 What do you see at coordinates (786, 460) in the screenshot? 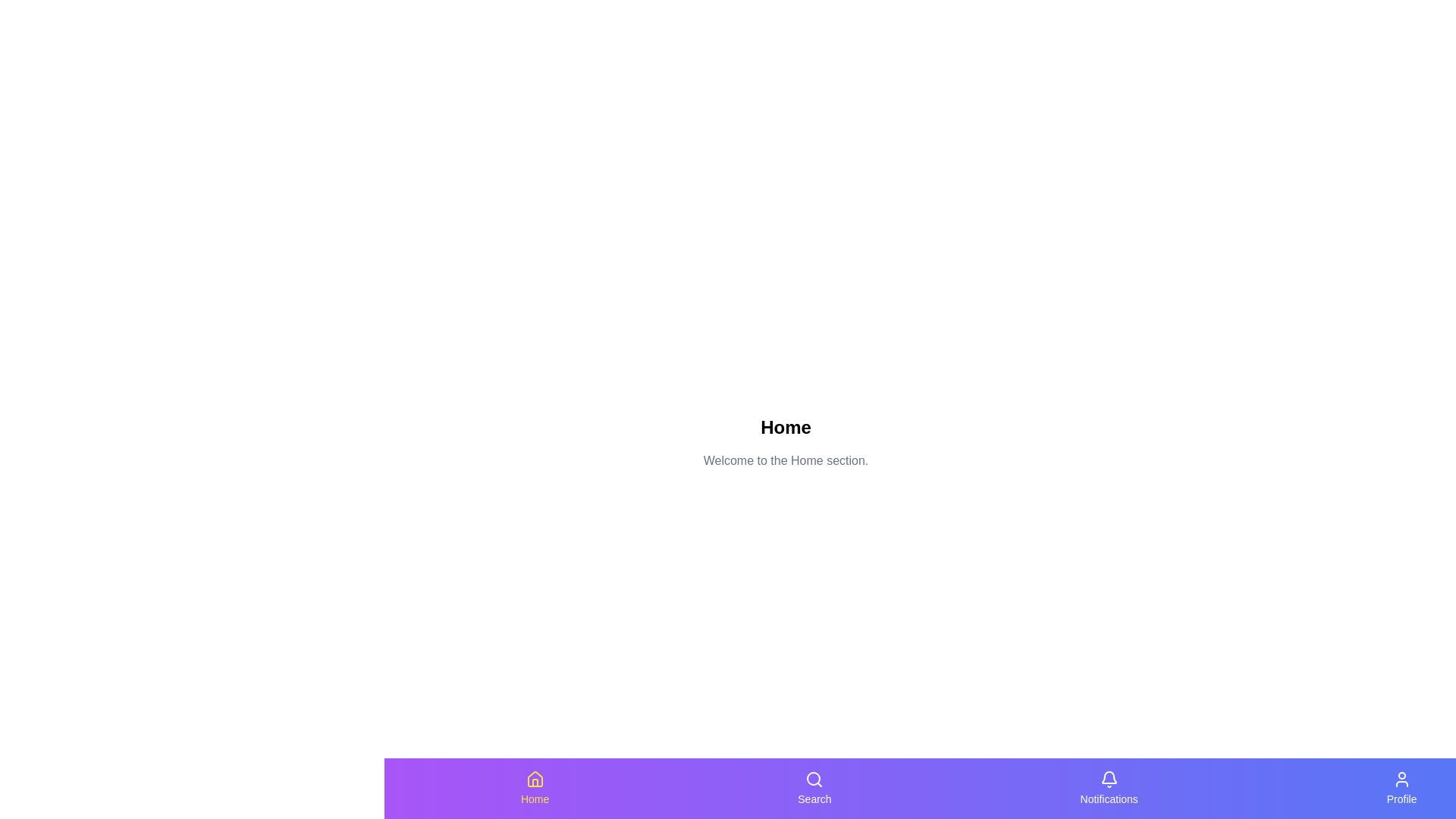
I see `the text label displaying 'Welcome to the Home section.' which is centrally aligned beneath the title 'Home'` at bounding box center [786, 460].